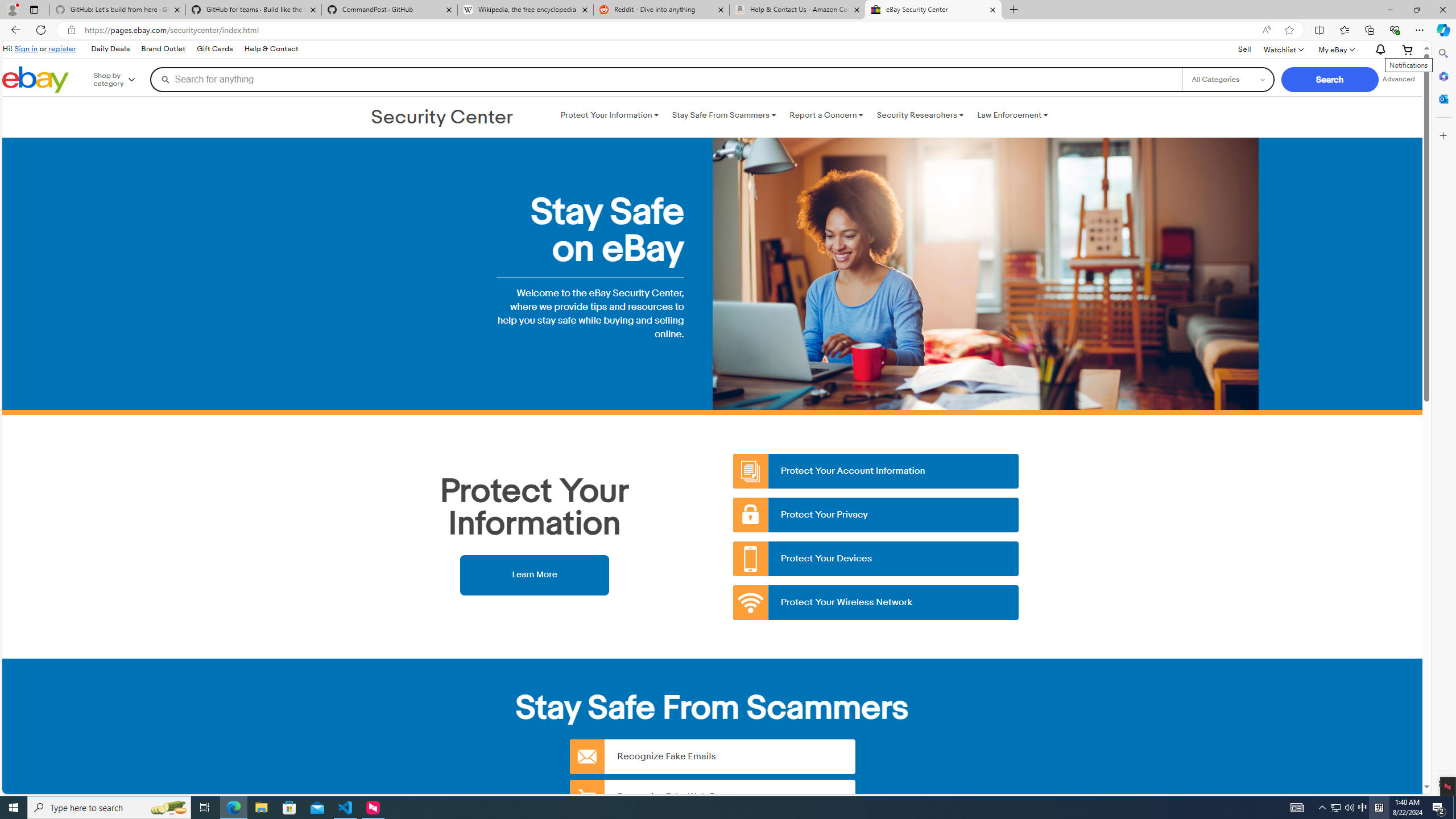  What do you see at coordinates (271, 49) in the screenshot?
I see `'Help & Contact'` at bounding box center [271, 49].